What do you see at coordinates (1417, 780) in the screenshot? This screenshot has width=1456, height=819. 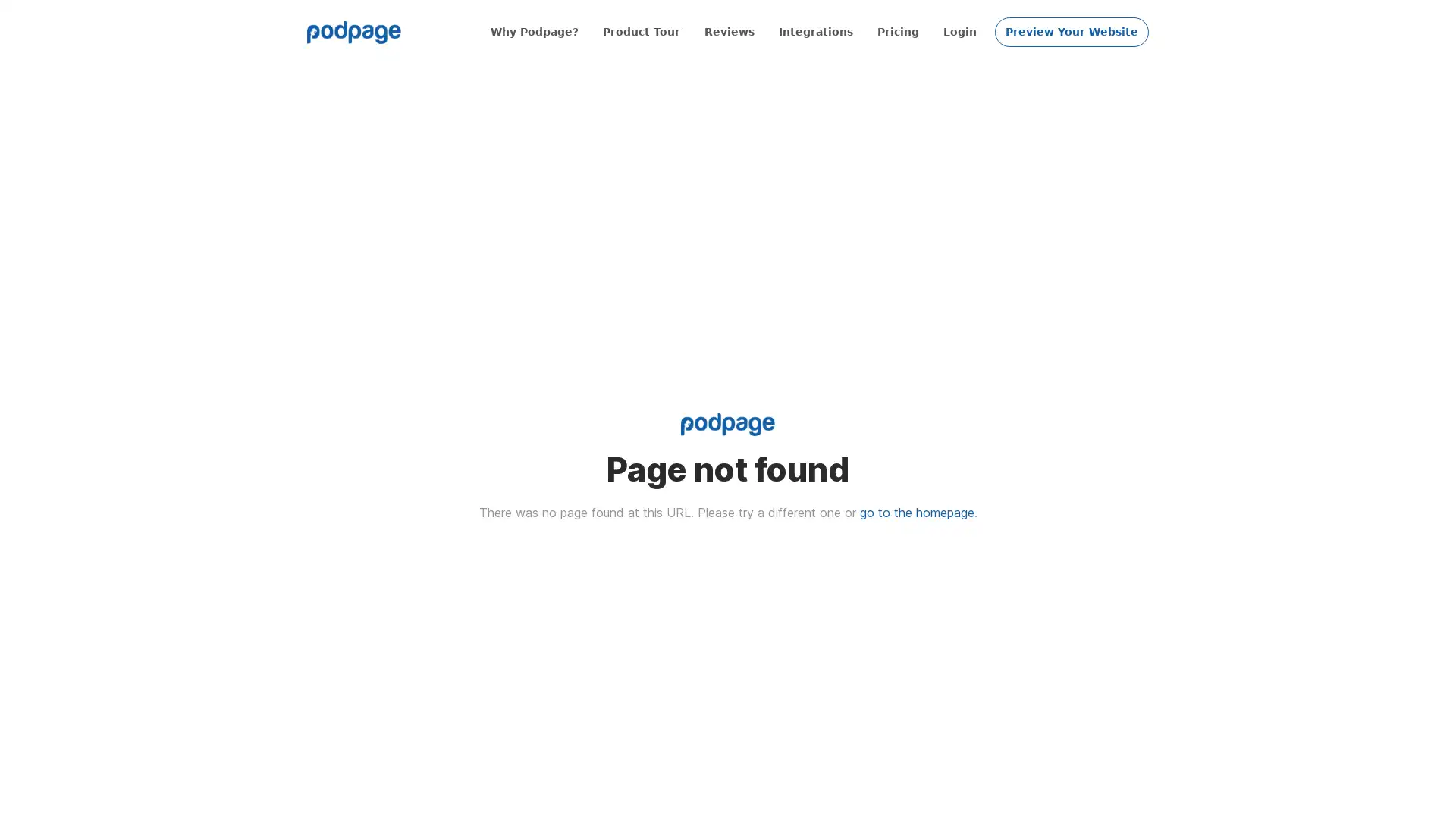 I see `Open Intercom Messenger` at bounding box center [1417, 780].